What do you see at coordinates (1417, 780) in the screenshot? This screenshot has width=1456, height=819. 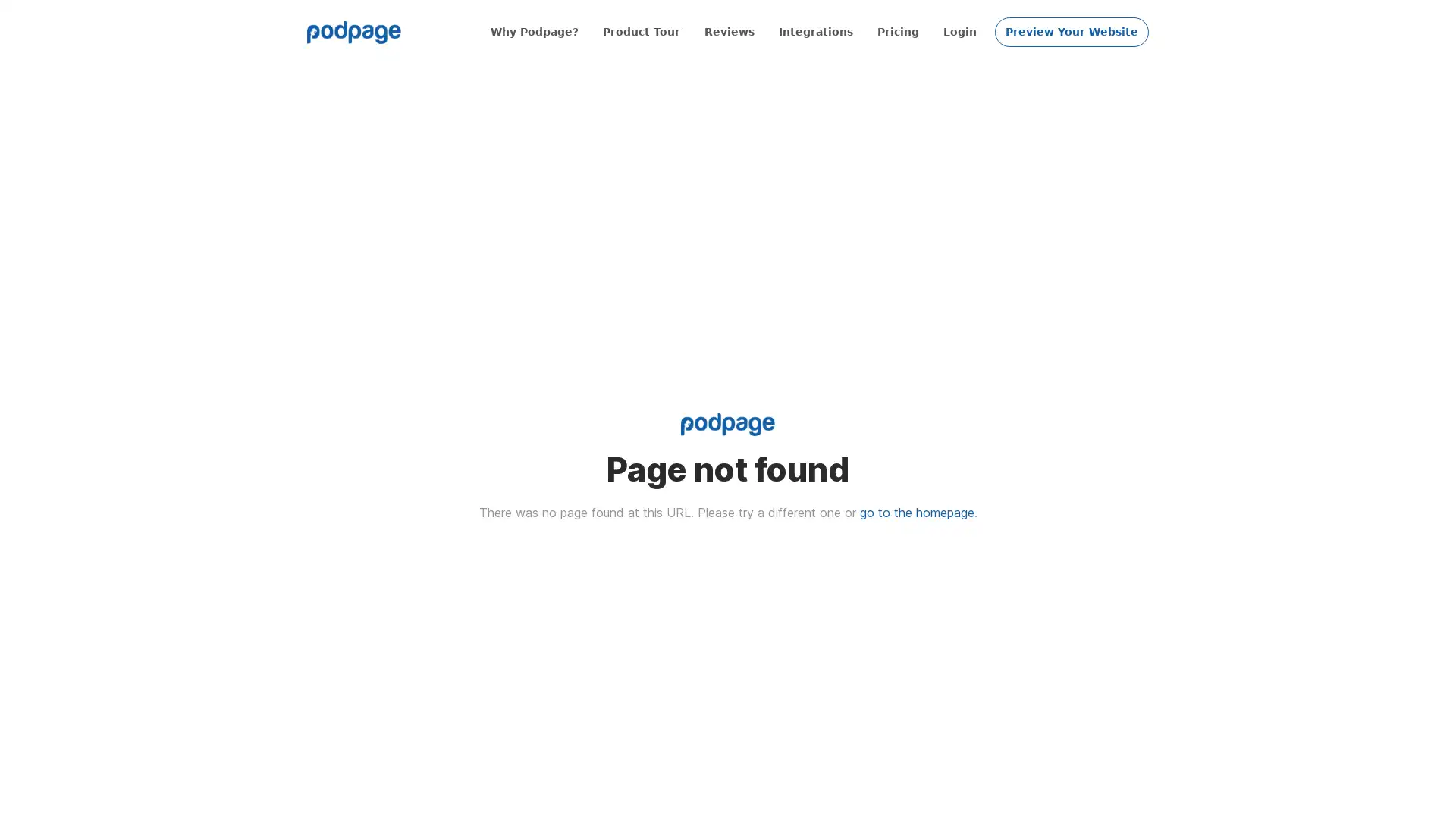 I see `Open Intercom Messenger` at bounding box center [1417, 780].